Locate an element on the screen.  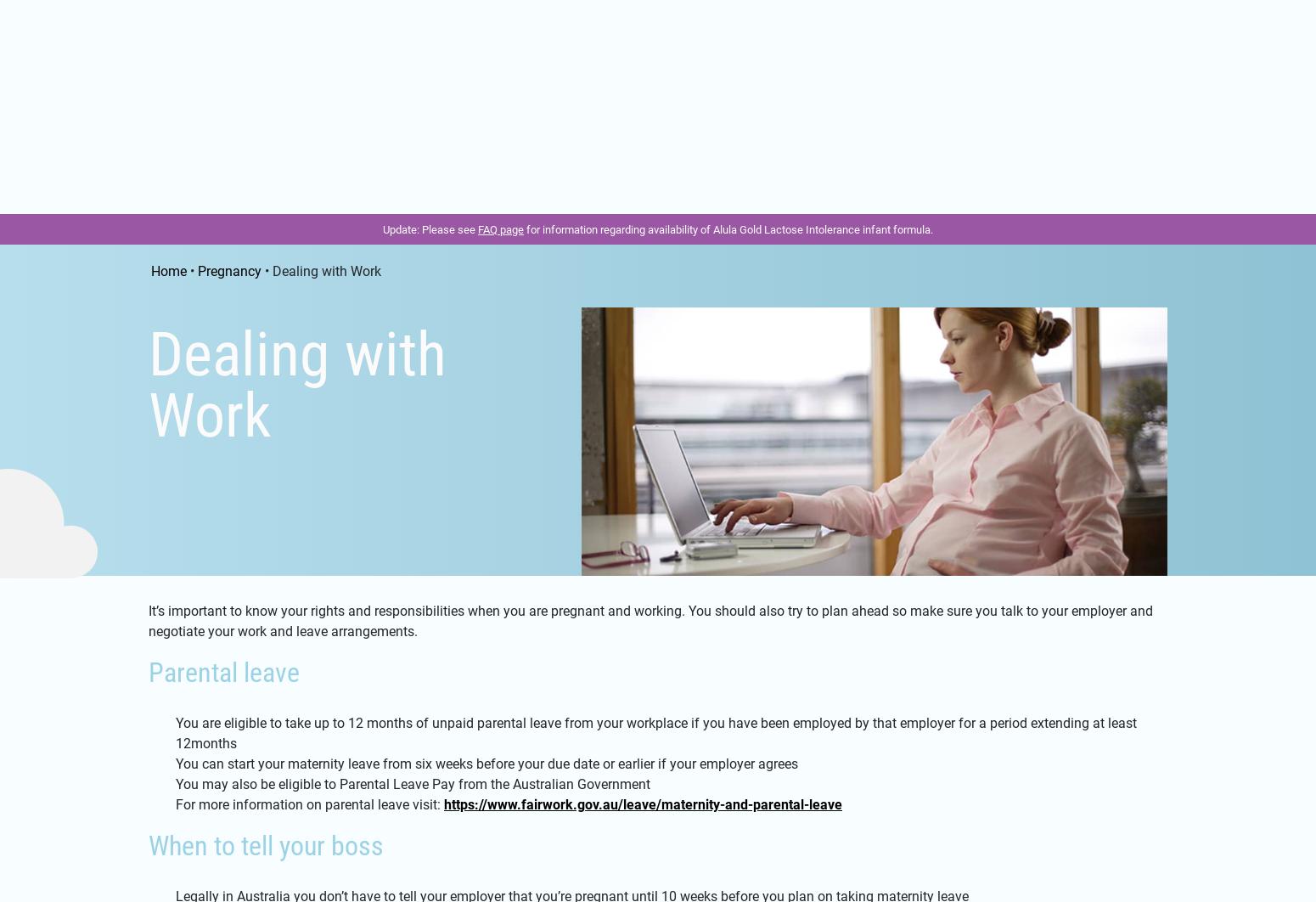
'Pregnancy' is located at coordinates (203, 195).